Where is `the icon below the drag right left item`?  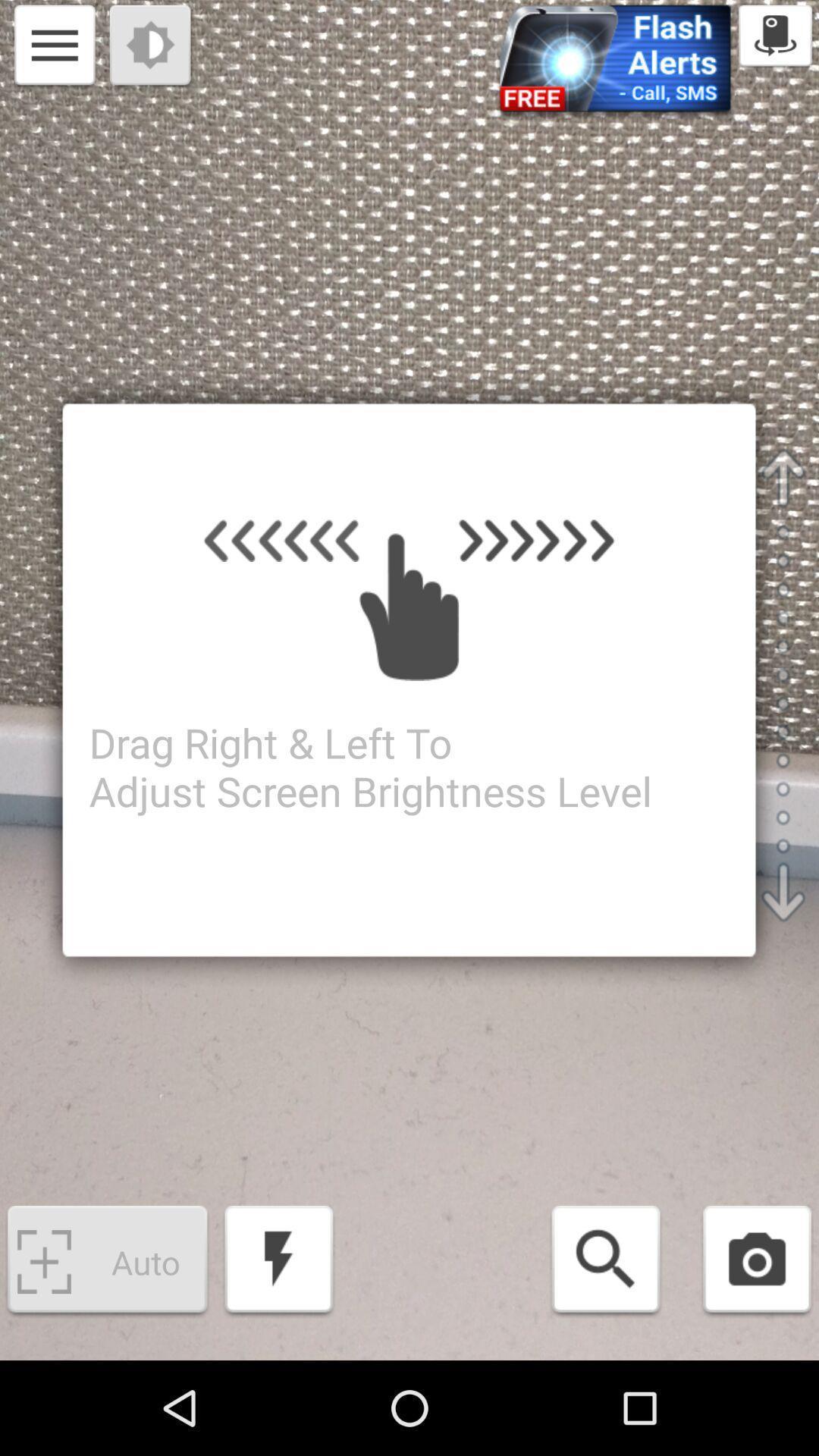
the icon below the drag right left item is located at coordinates (278, 1262).